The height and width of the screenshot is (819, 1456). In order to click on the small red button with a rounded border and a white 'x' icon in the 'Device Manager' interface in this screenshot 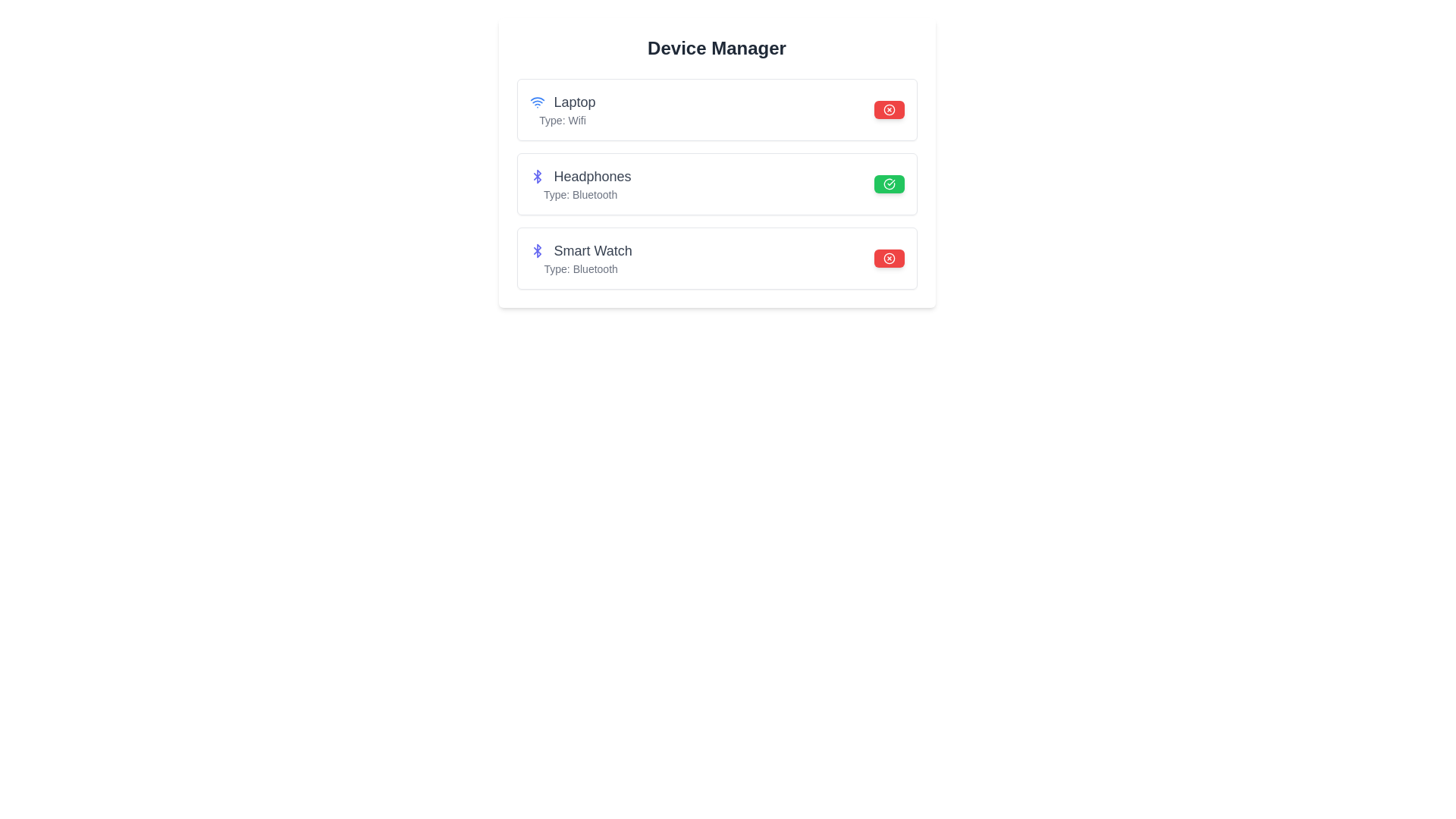, I will do `click(889, 257)`.